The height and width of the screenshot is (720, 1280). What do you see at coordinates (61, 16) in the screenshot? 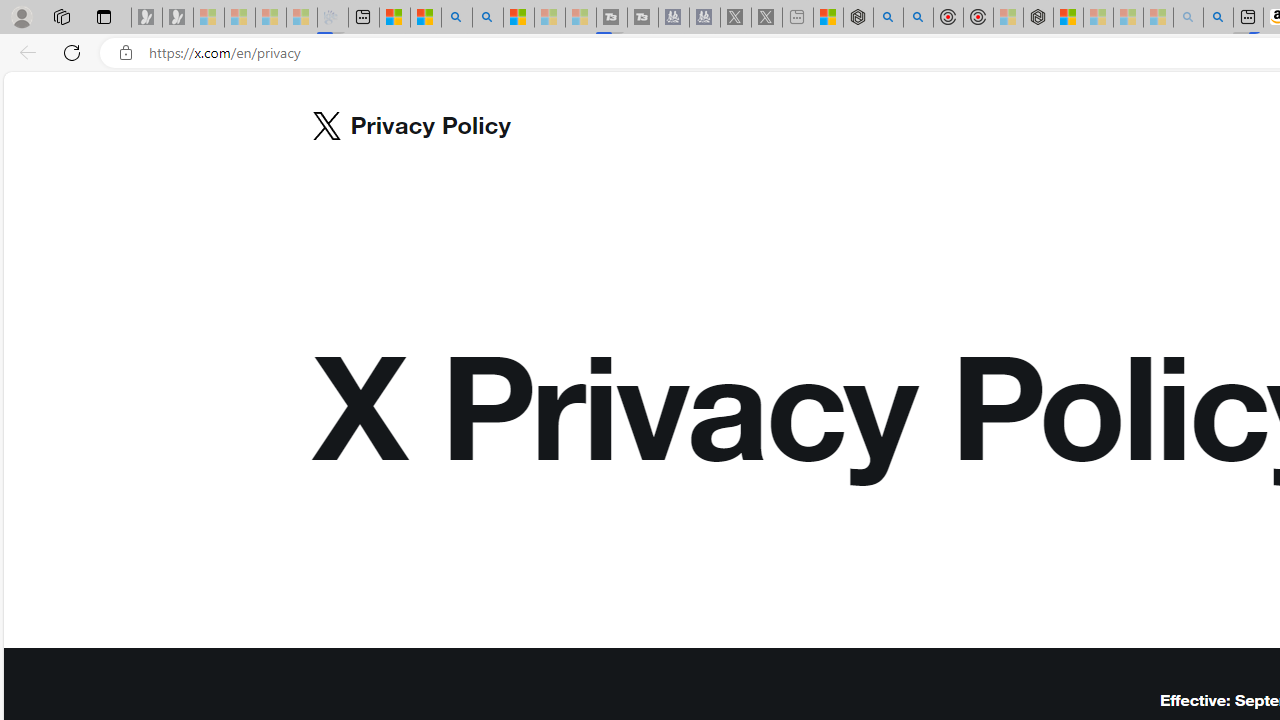
I see `'Workspaces'` at bounding box center [61, 16].